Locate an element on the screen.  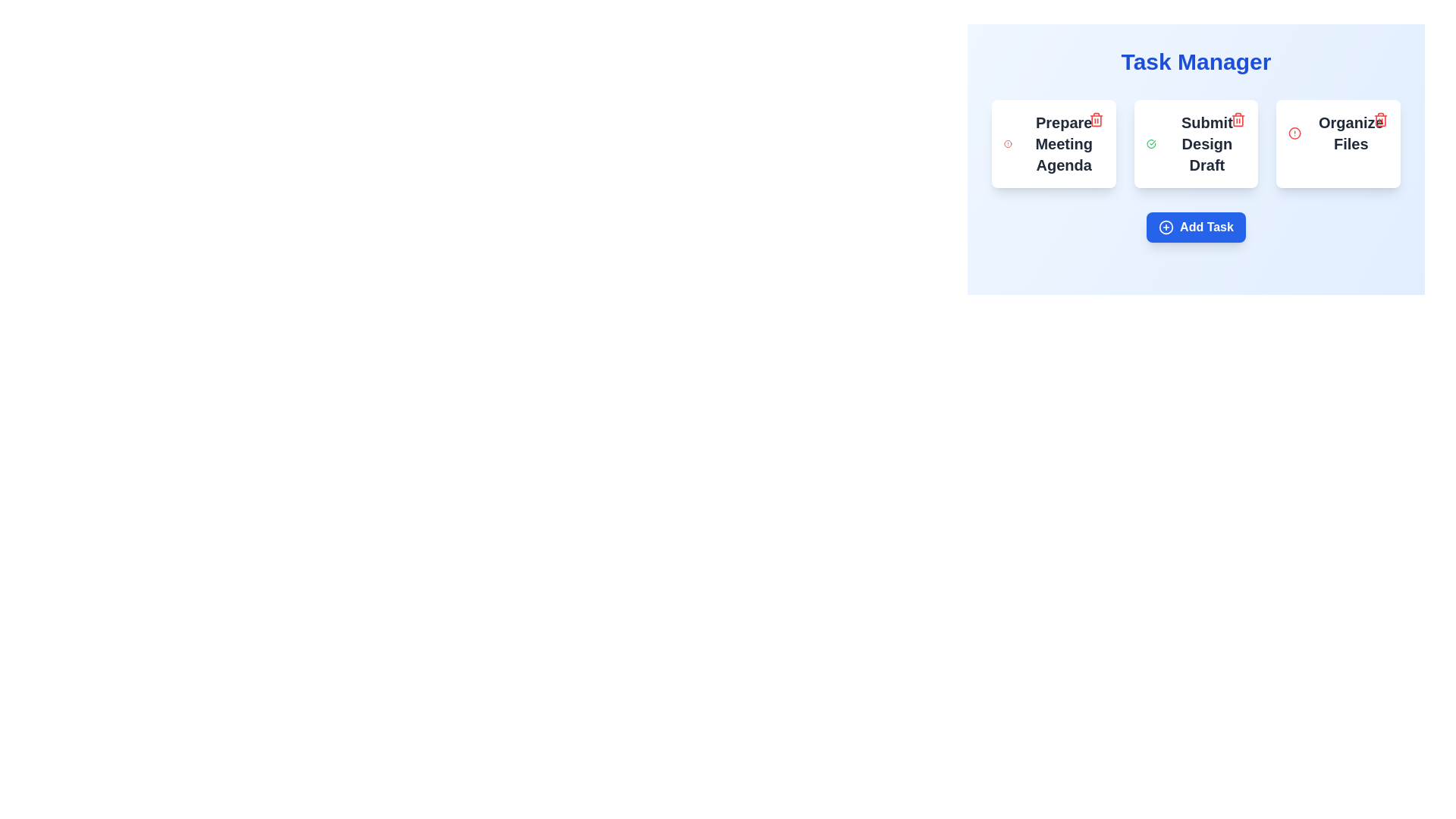
the circular graphical component with an arc-like shape, part of the green-stroked SVG checkmark icon located within the 'Submit Design Draft' task card in the central column of the task manager interface is located at coordinates (1151, 143).